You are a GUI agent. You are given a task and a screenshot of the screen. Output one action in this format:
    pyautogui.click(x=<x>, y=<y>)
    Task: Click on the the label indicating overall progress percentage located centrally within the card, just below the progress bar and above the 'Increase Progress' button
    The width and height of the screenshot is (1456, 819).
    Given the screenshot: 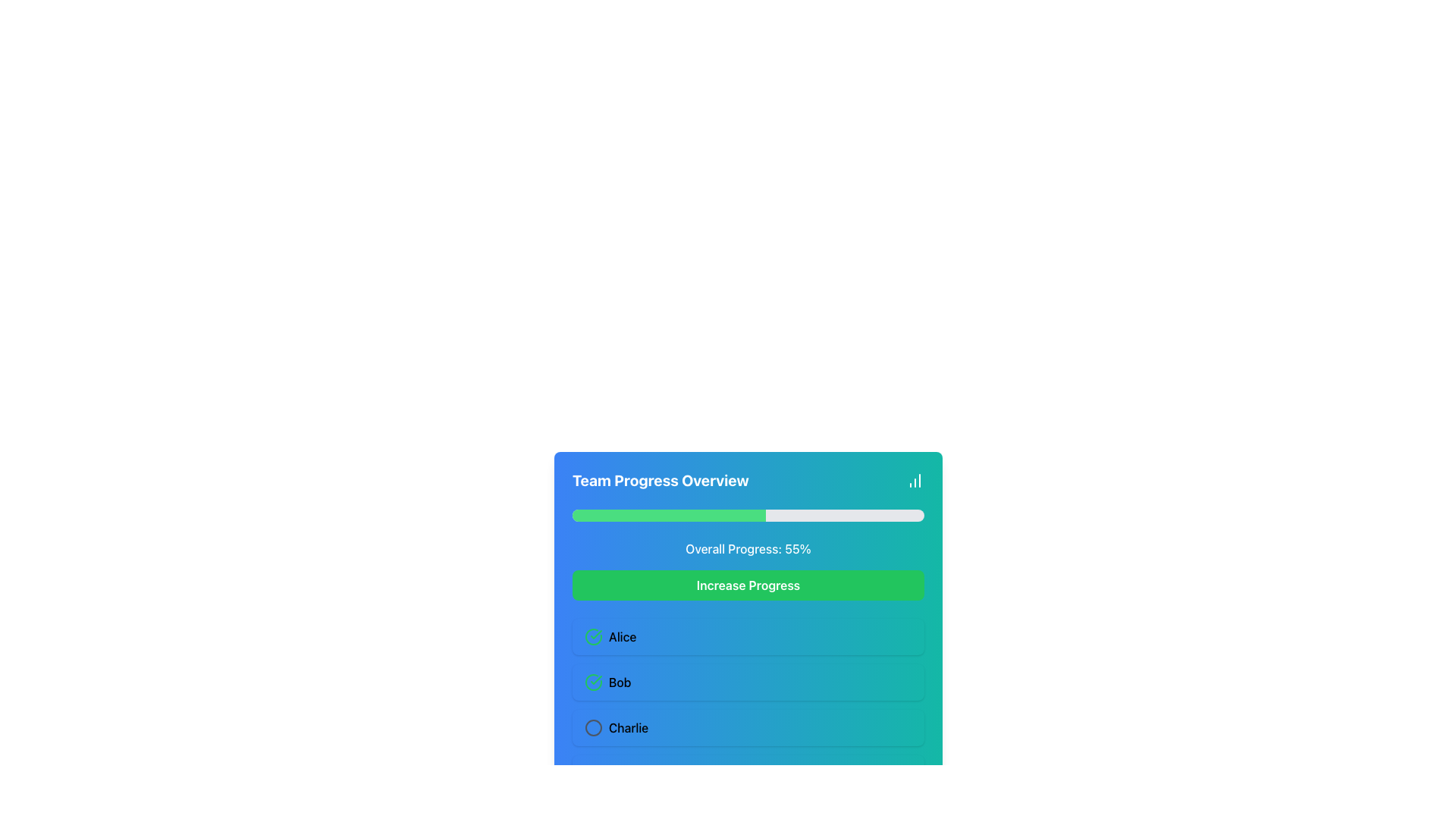 What is the action you would take?
    pyautogui.click(x=748, y=549)
    